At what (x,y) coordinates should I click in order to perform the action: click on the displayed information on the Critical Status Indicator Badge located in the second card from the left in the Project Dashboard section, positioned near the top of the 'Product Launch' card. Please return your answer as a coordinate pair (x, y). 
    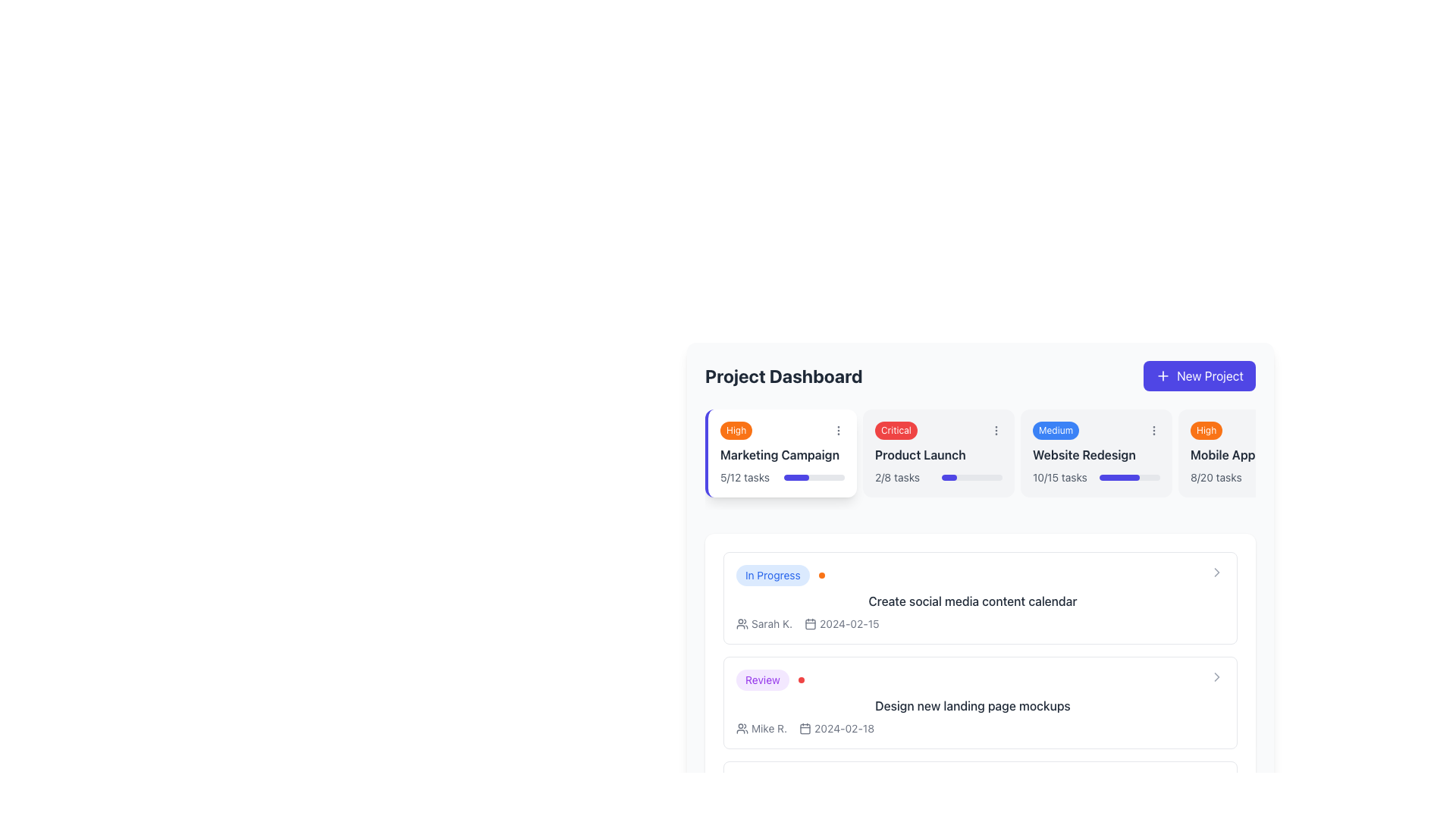
    Looking at the image, I should click on (896, 430).